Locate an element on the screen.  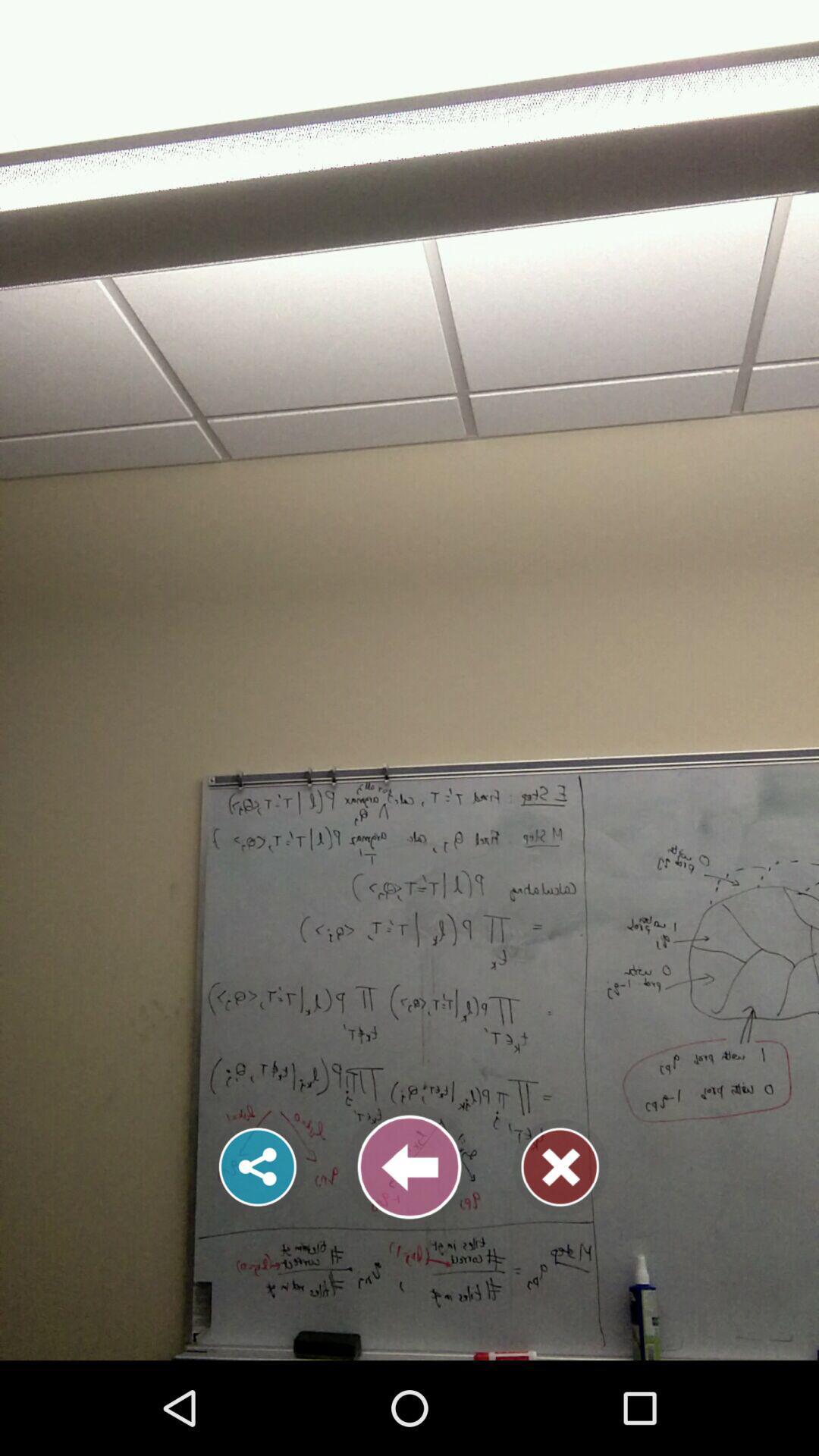
go back is located at coordinates (409, 1166).